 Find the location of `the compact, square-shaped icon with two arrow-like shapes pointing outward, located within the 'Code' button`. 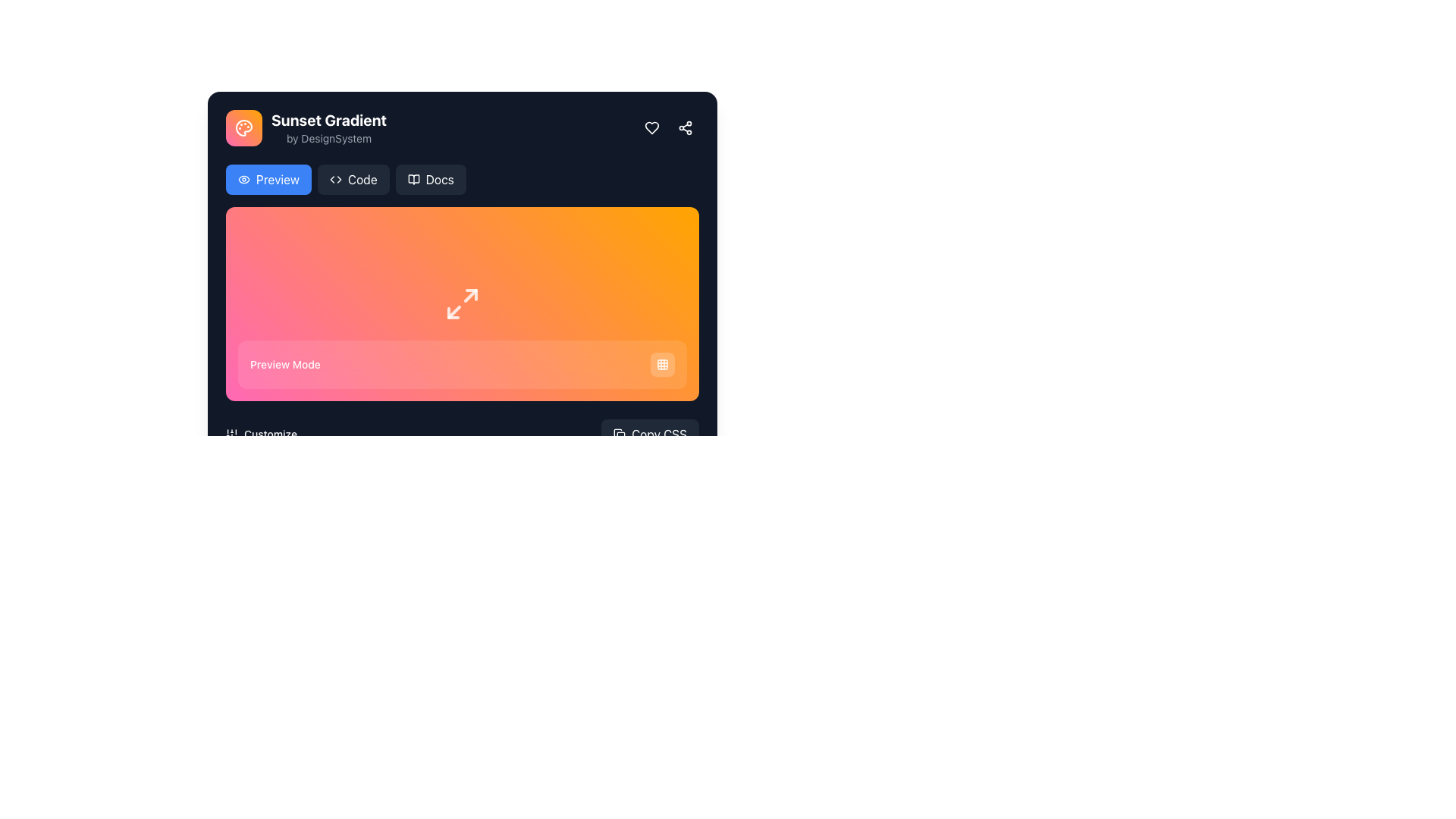

the compact, square-shaped icon with two arrow-like shapes pointing outward, located within the 'Code' button is located at coordinates (334, 178).